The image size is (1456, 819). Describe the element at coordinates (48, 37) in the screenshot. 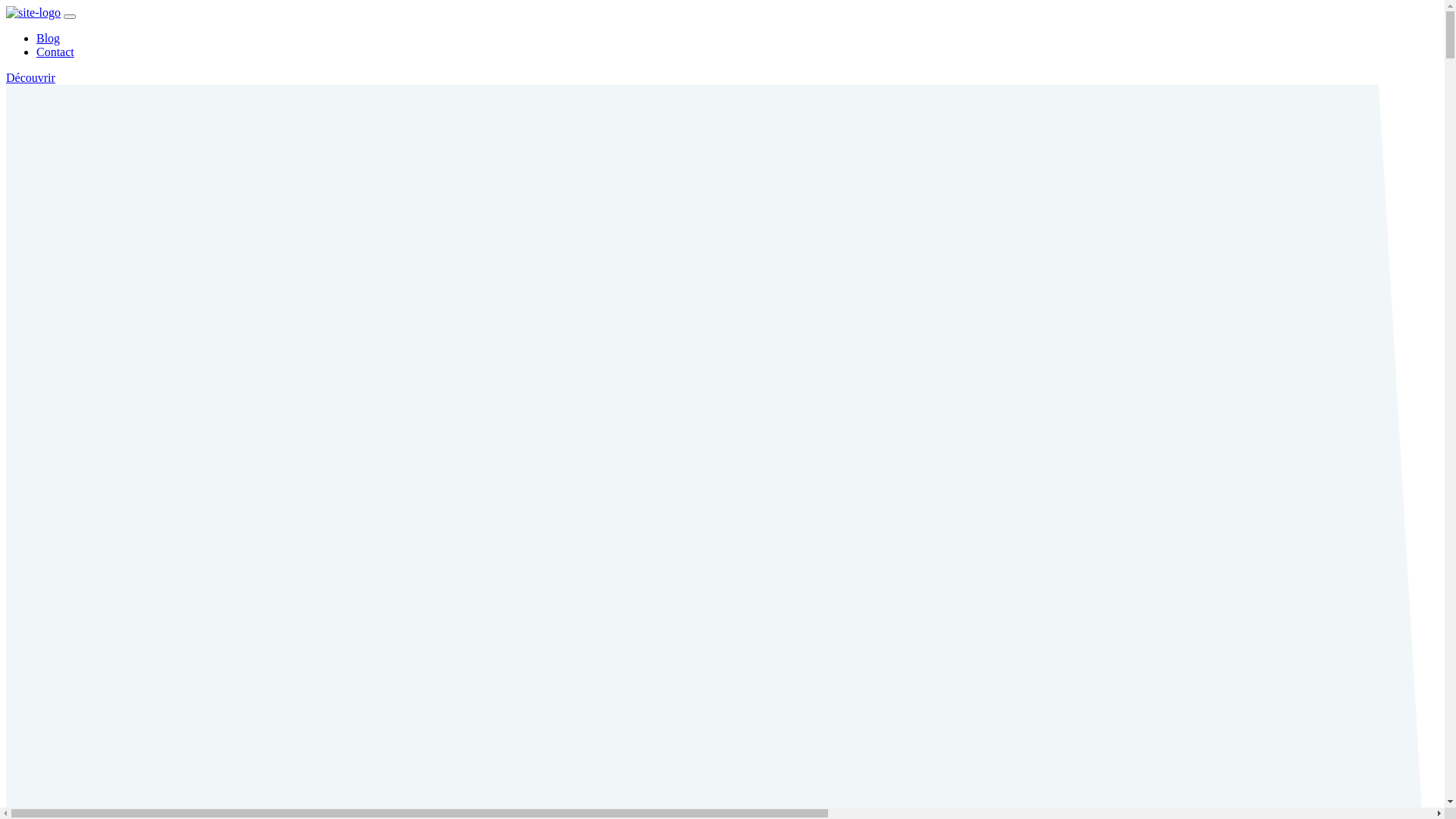

I see `'Blog'` at that location.